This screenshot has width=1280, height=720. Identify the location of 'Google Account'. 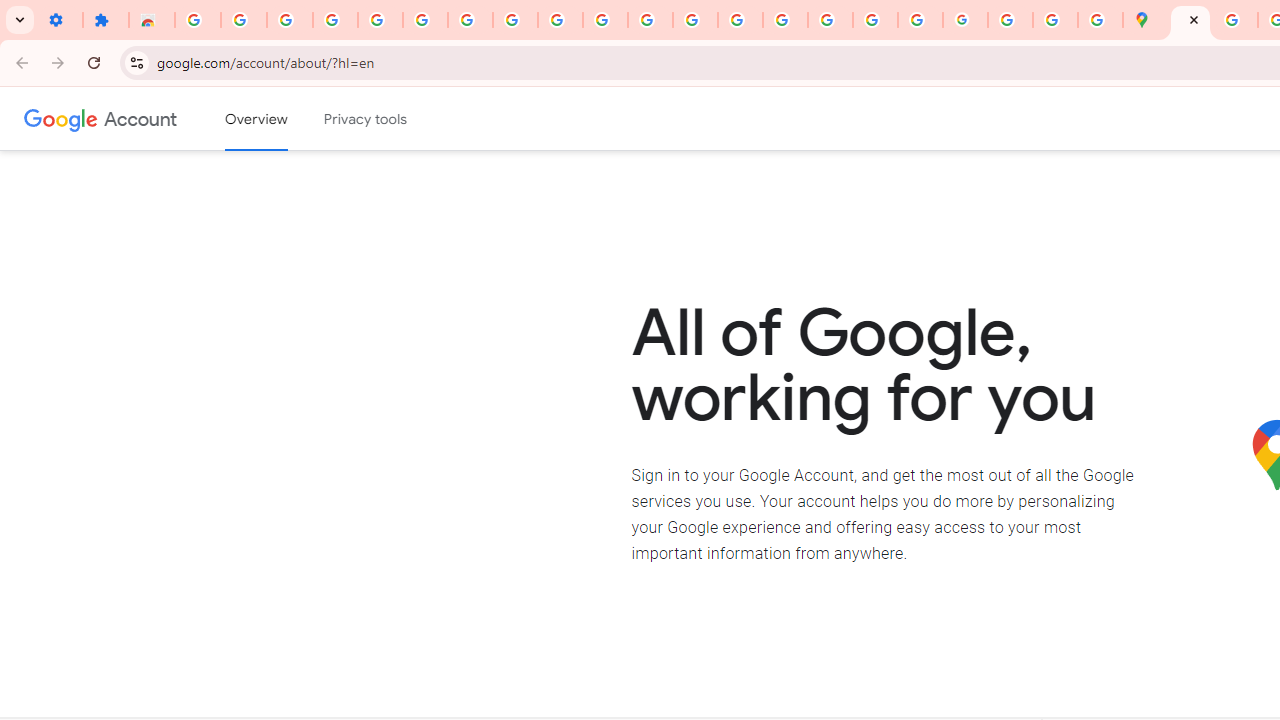
(139, 118).